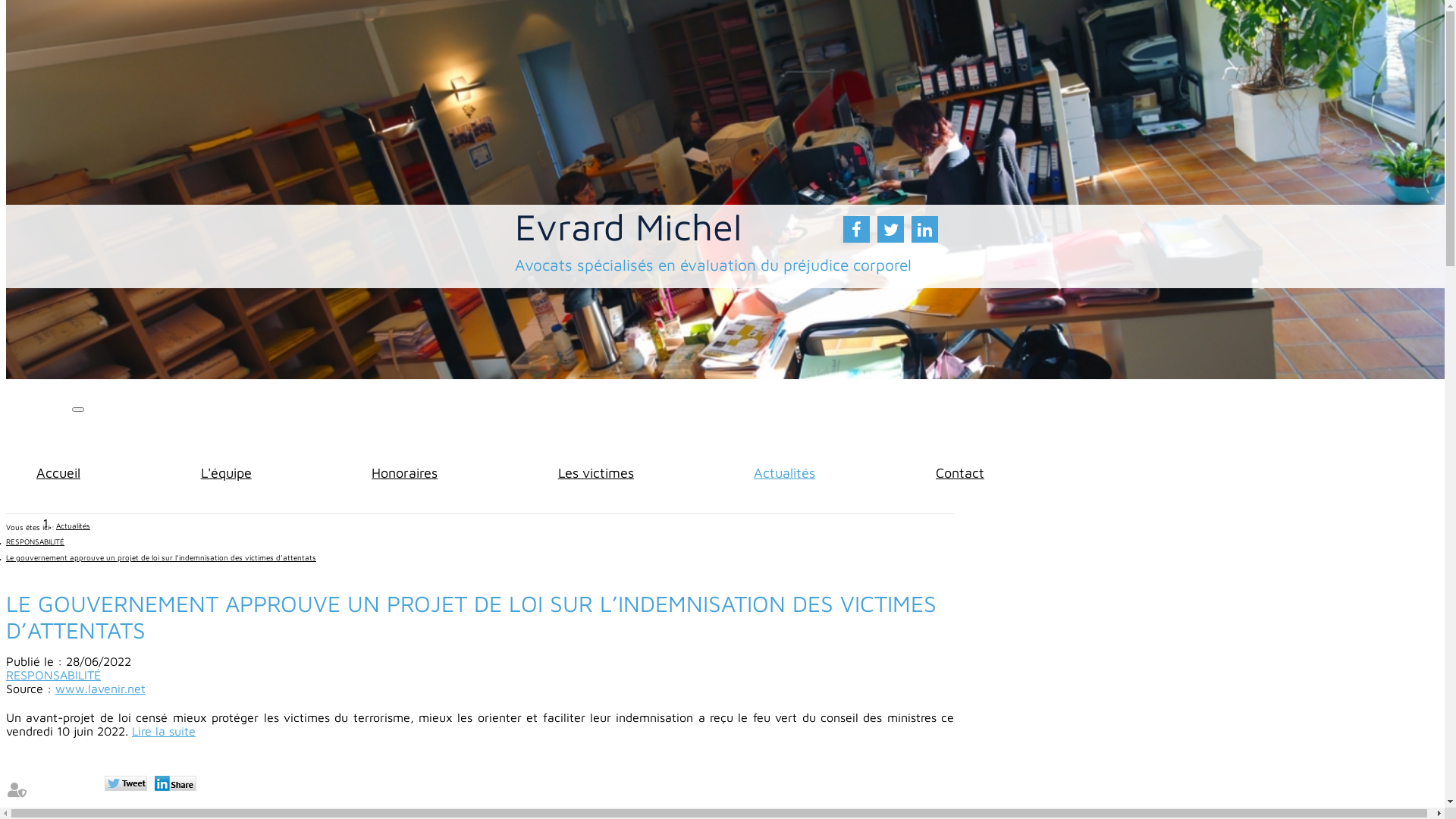 The height and width of the screenshot is (819, 1456). I want to click on 'Accueil', so click(36, 472).